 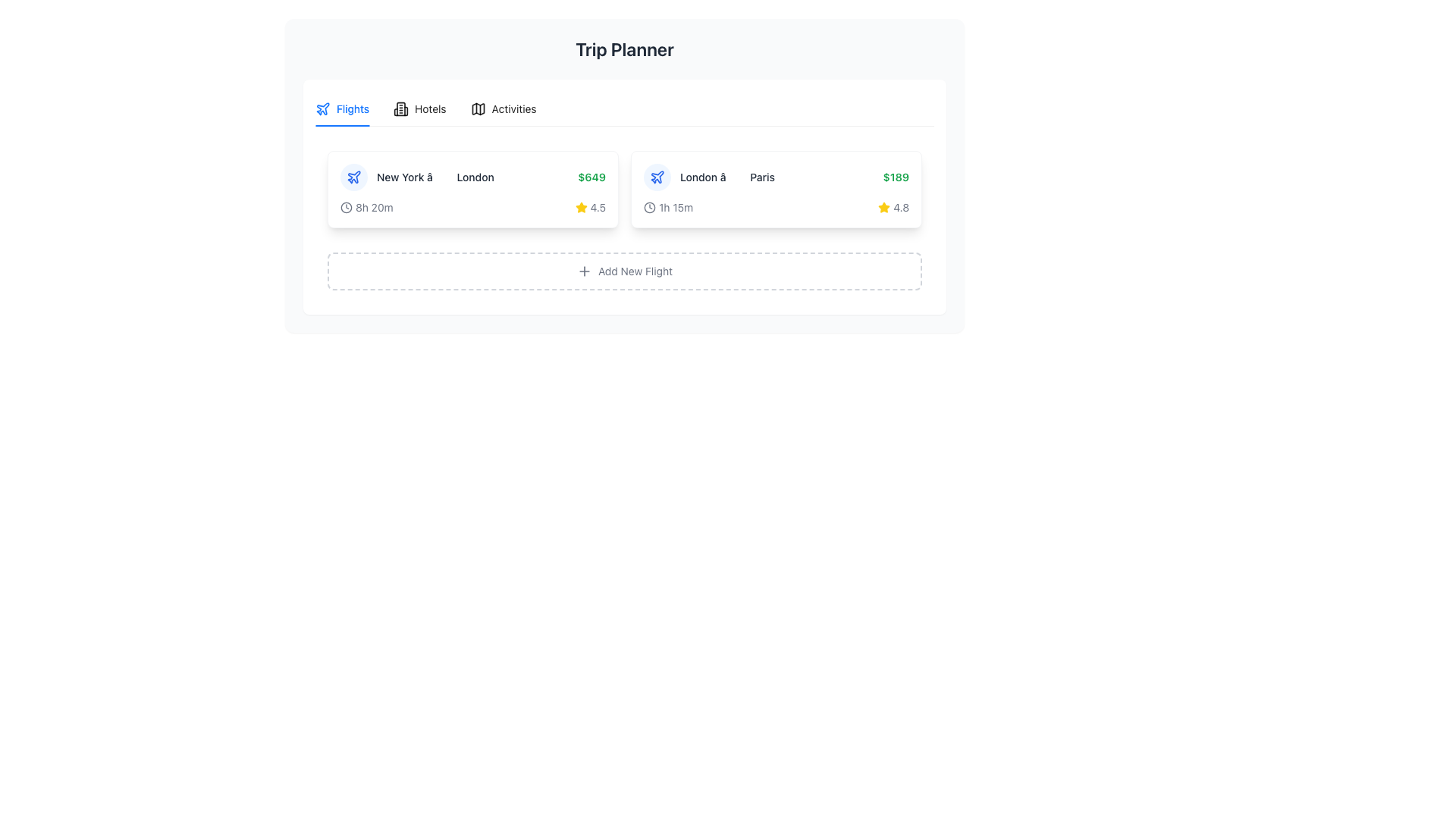 What do you see at coordinates (896, 177) in the screenshot?
I see `price of the flight for the route 'London → Paris' which is displayed as text at the right end of the corresponding row, next to the star rating indicator` at bounding box center [896, 177].